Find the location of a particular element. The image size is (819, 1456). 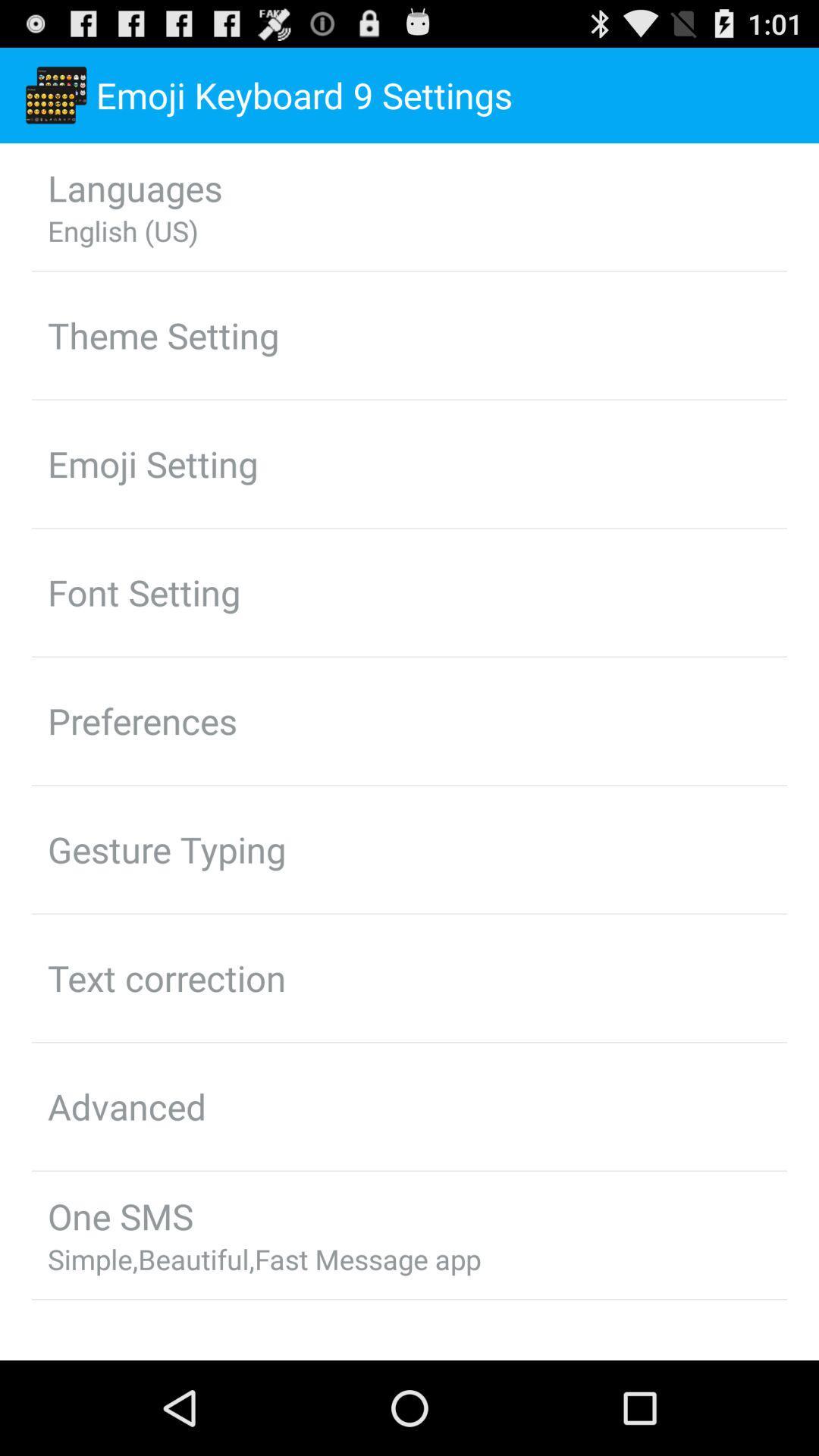

the one sms is located at coordinates (119, 1216).